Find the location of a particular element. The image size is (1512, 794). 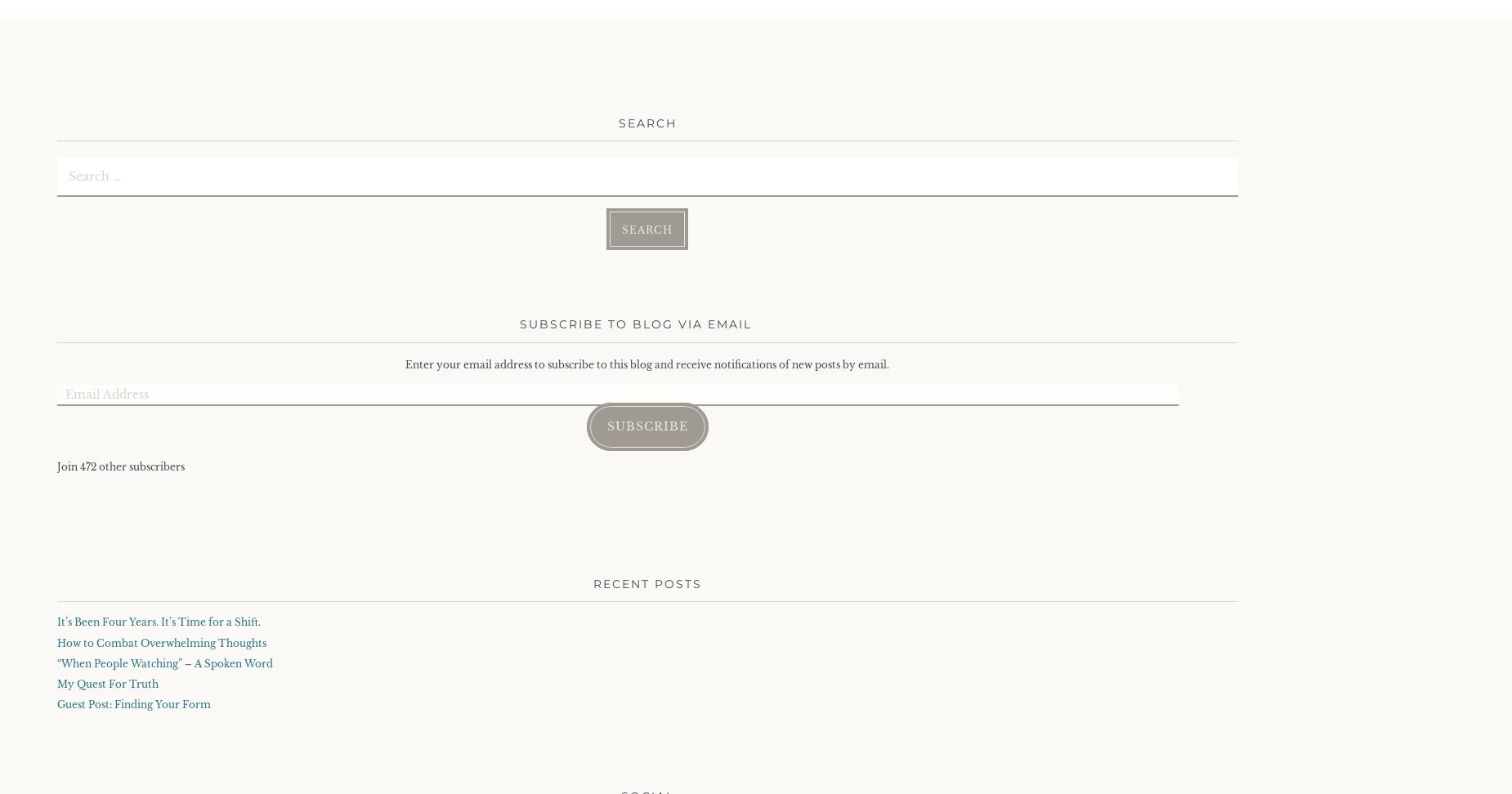

'Subscribe to Blog via Email' is located at coordinates (635, 323).